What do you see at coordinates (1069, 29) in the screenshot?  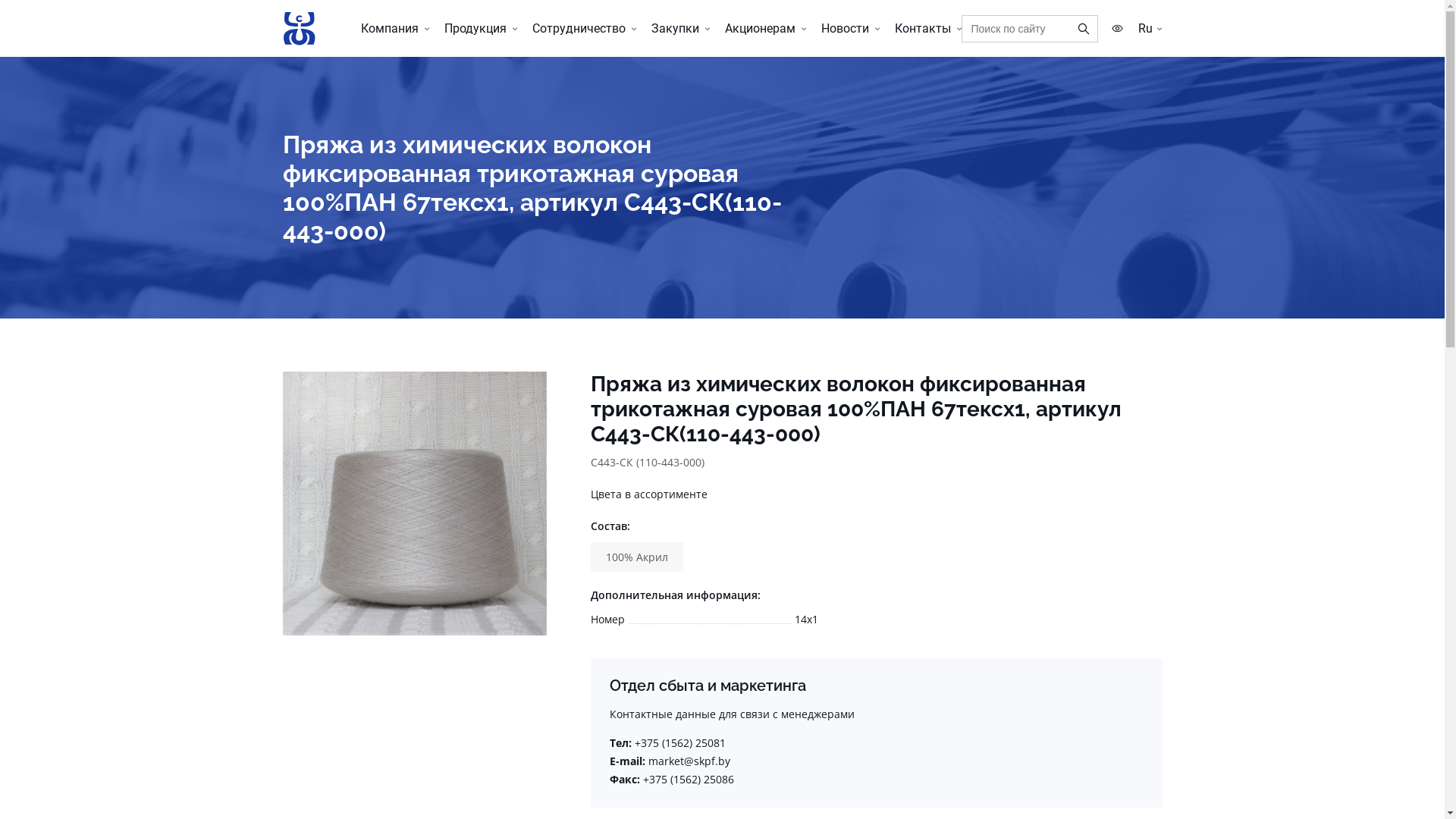 I see `'Search Button'` at bounding box center [1069, 29].